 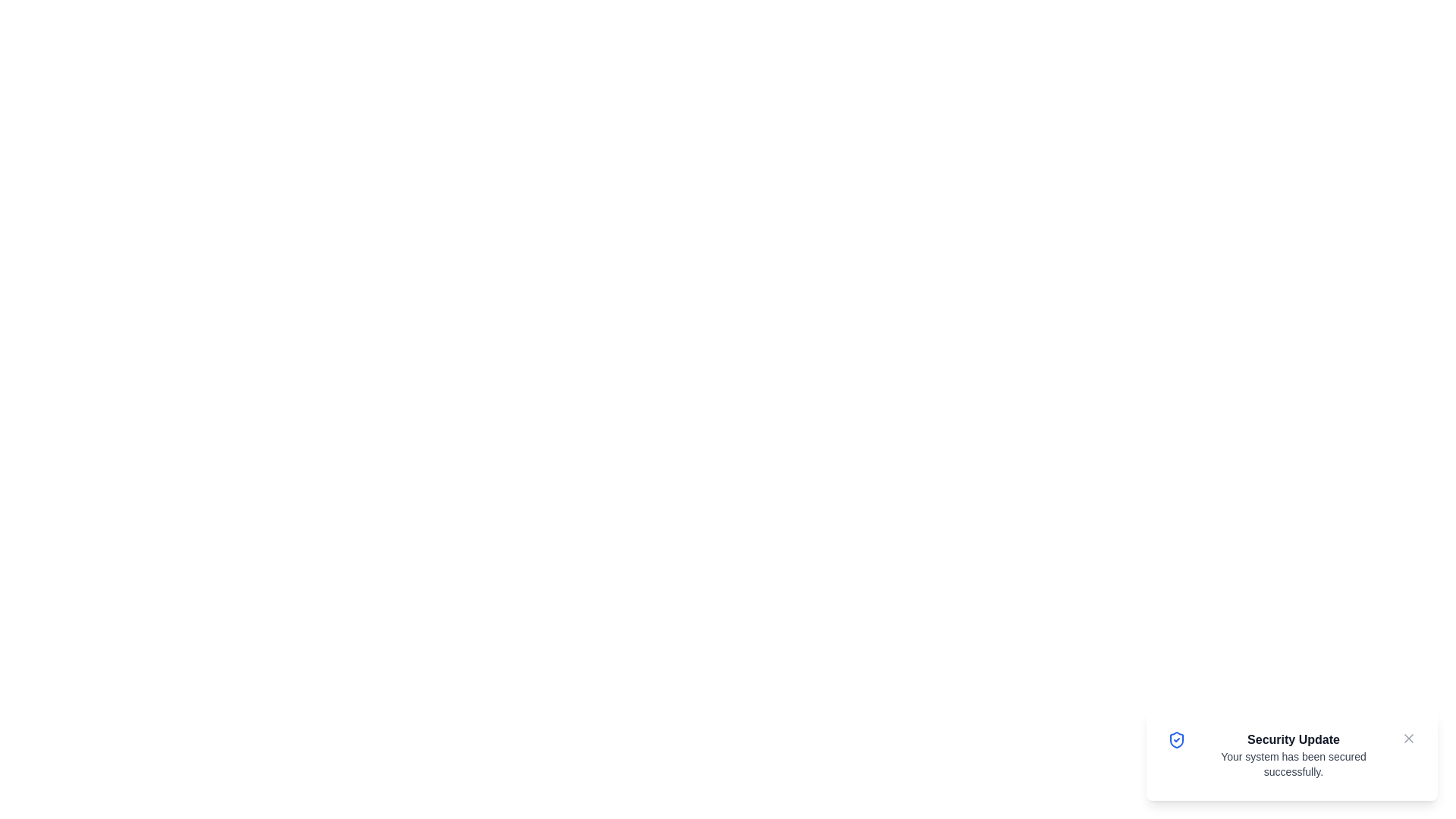 What do you see at coordinates (1407, 738) in the screenshot?
I see `the close button represented by the 'X' icon to dismiss the snackbar` at bounding box center [1407, 738].